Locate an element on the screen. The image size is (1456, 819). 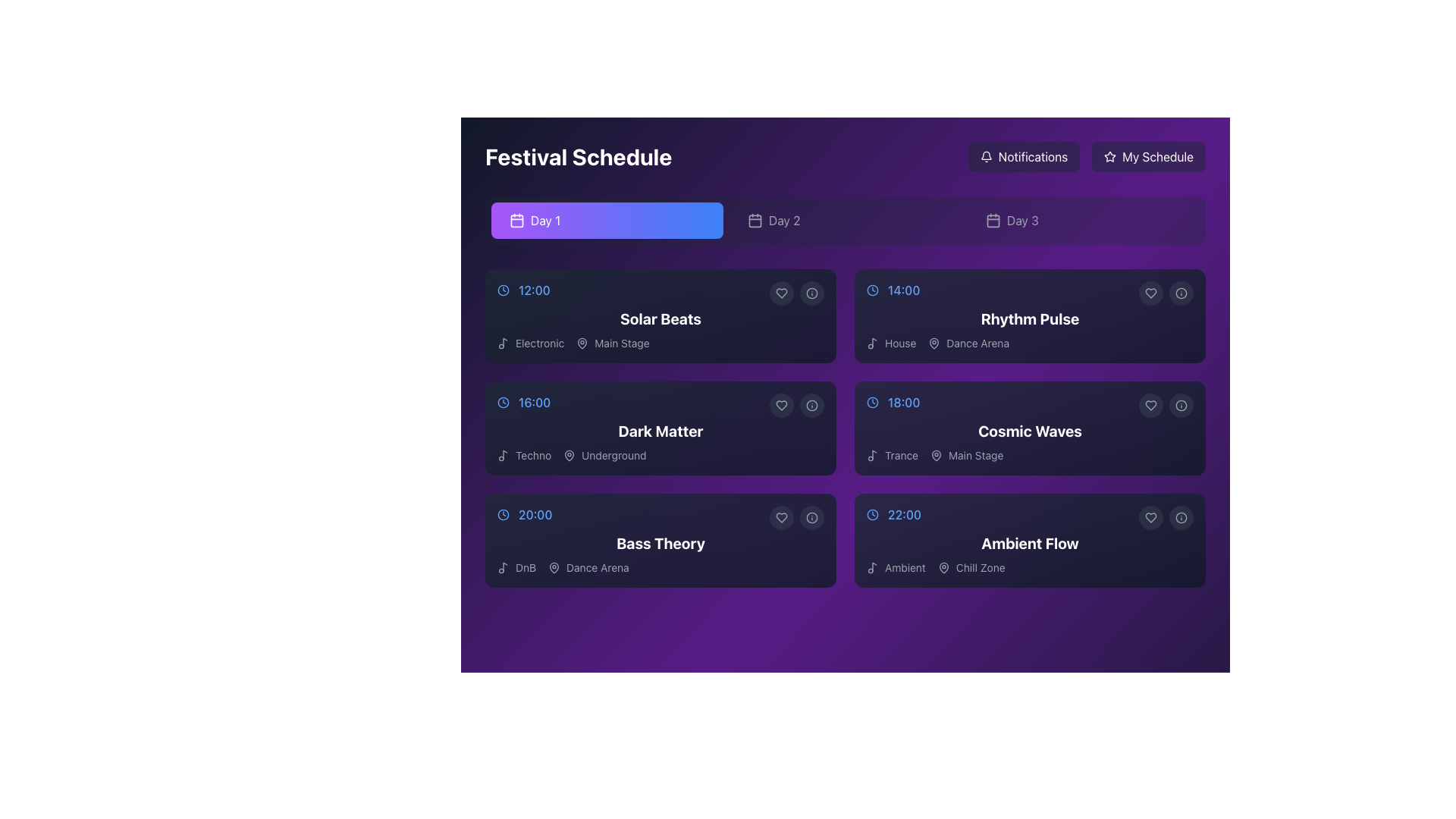
the text label that serves as the title of an event in the schedule located in the third row and first column of the grid layout is located at coordinates (661, 543).